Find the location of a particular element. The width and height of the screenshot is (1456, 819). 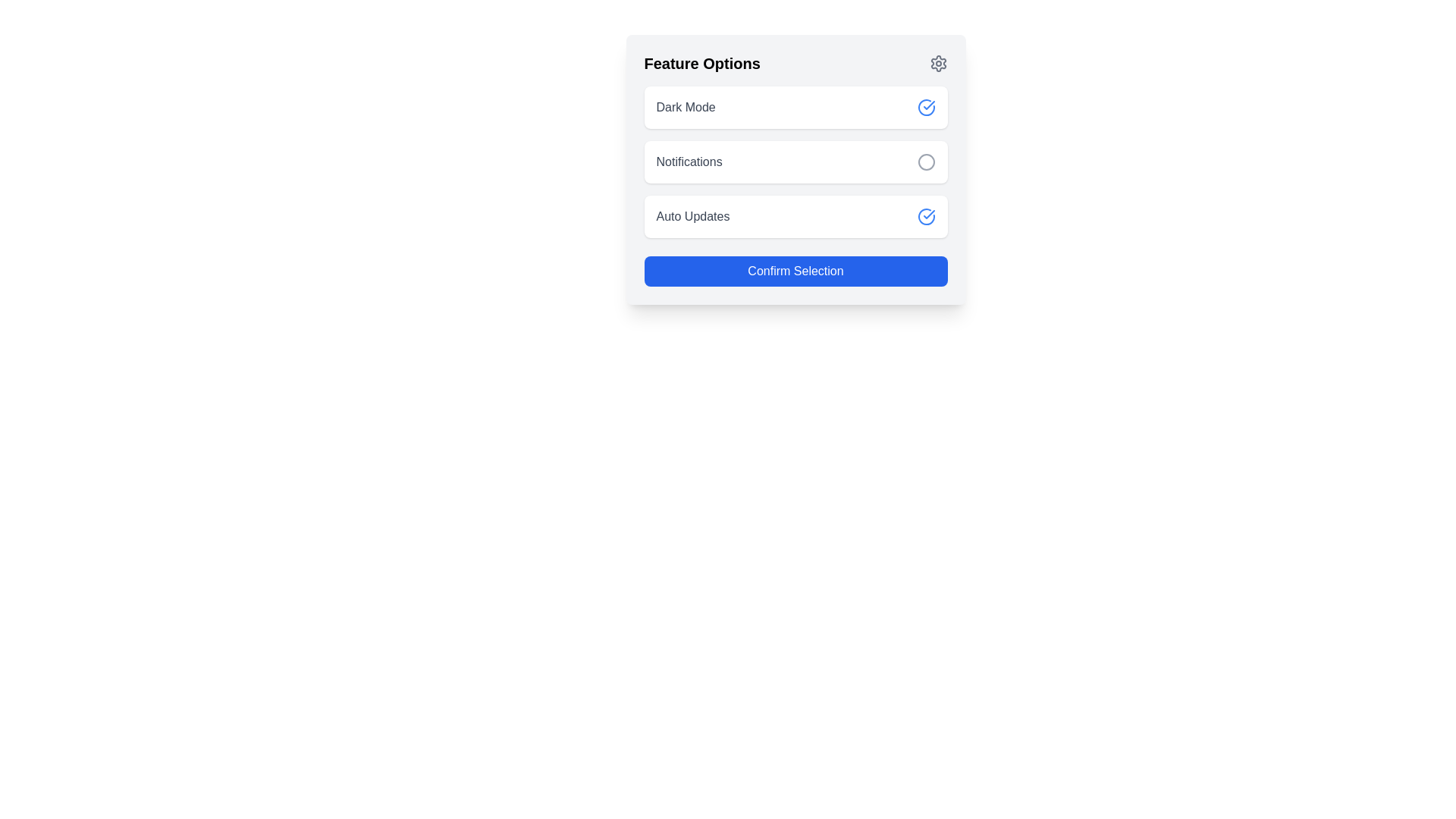

the circular blue icon with a checkmark inside, located to the far-right of the 'Auto Updates' text in the 'Feature Options' section is located at coordinates (925, 216).